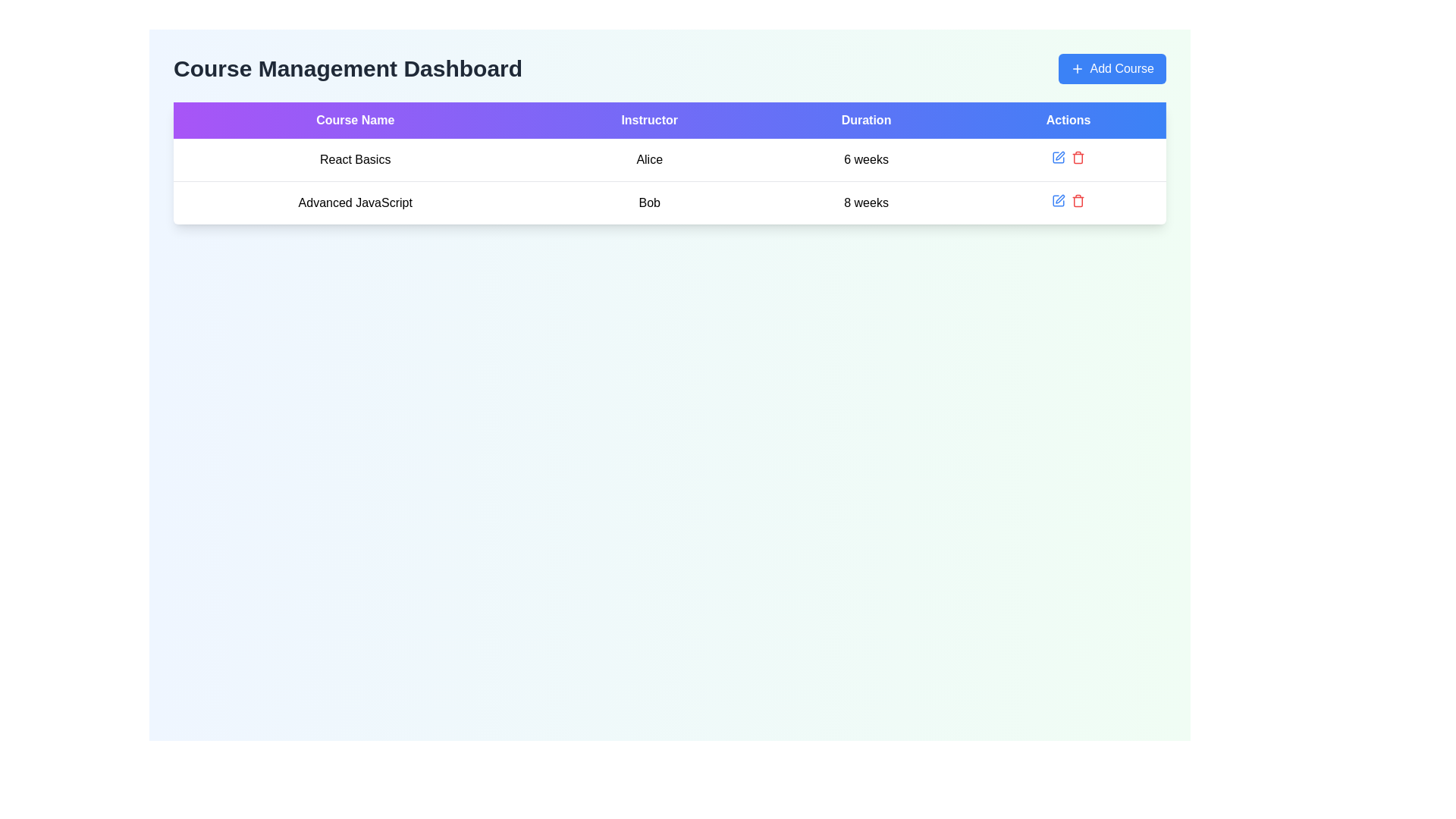  I want to click on the static text label showing the instructor's name 'Alice' in the first data row of the table under the 'Instructor' column, so click(649, 160).